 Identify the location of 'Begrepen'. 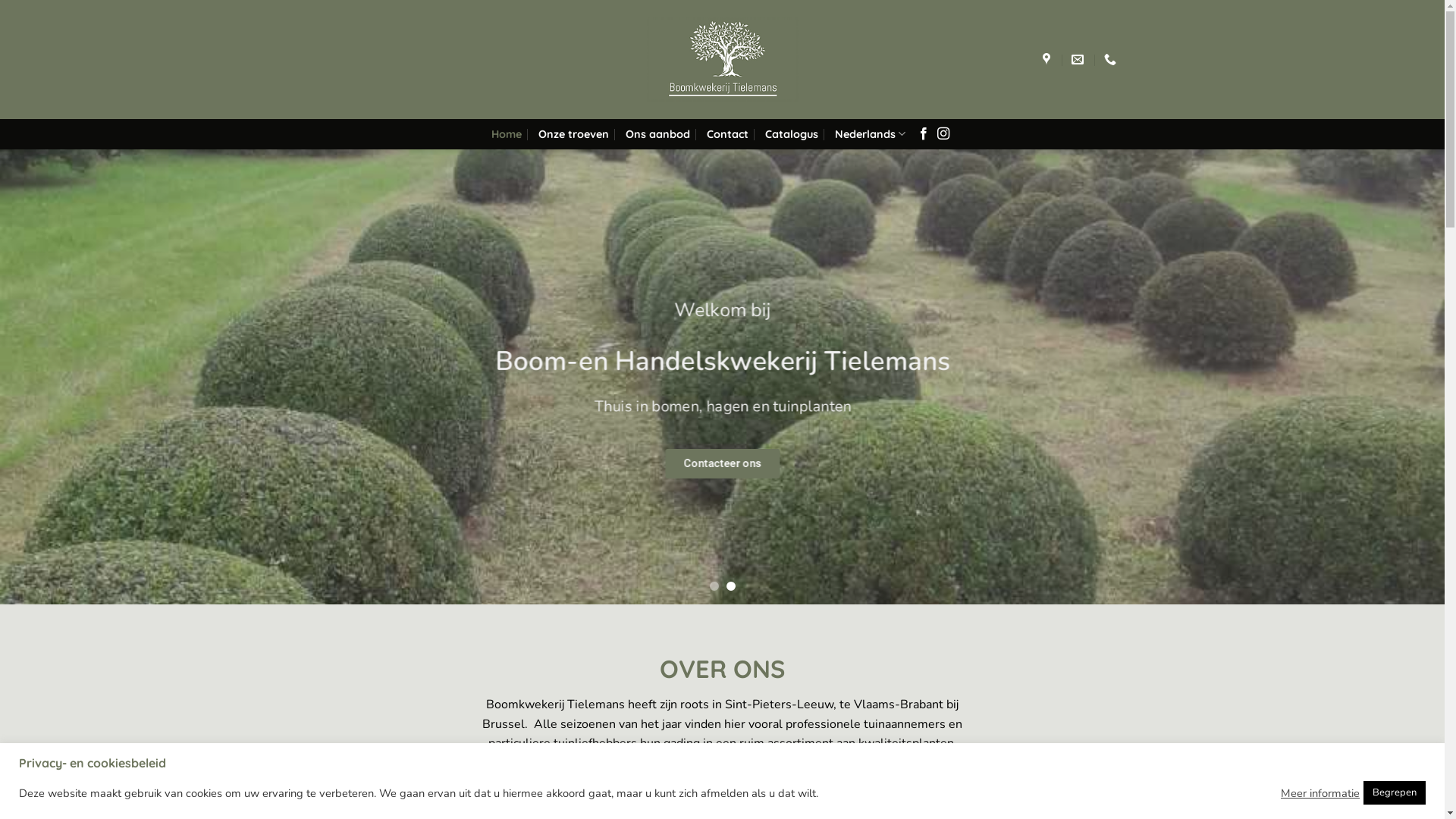
(1394, 792).